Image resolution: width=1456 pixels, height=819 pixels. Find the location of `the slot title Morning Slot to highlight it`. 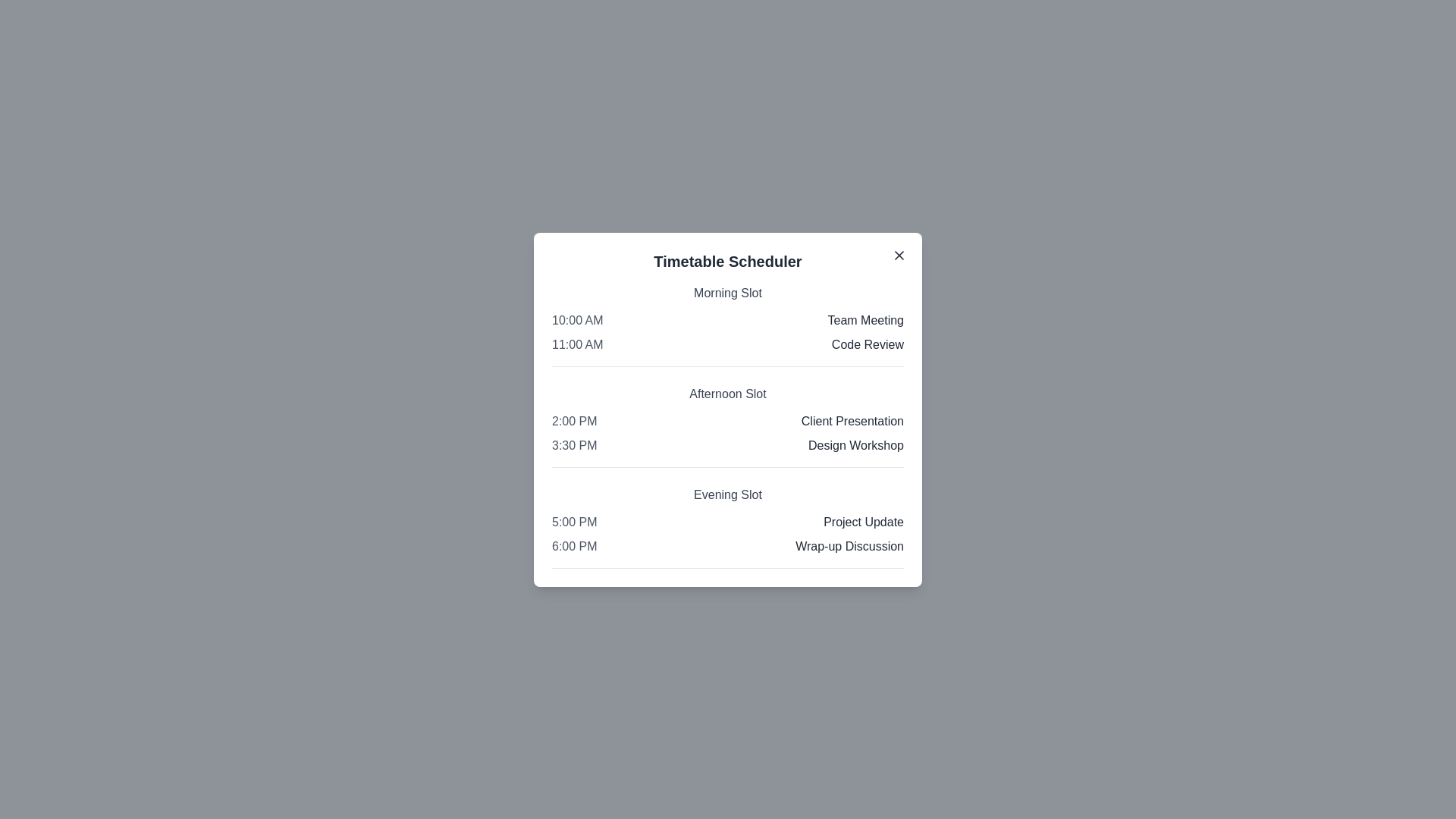

the slot title Morning Slot to highlight it is located at coordinates (728, 293).